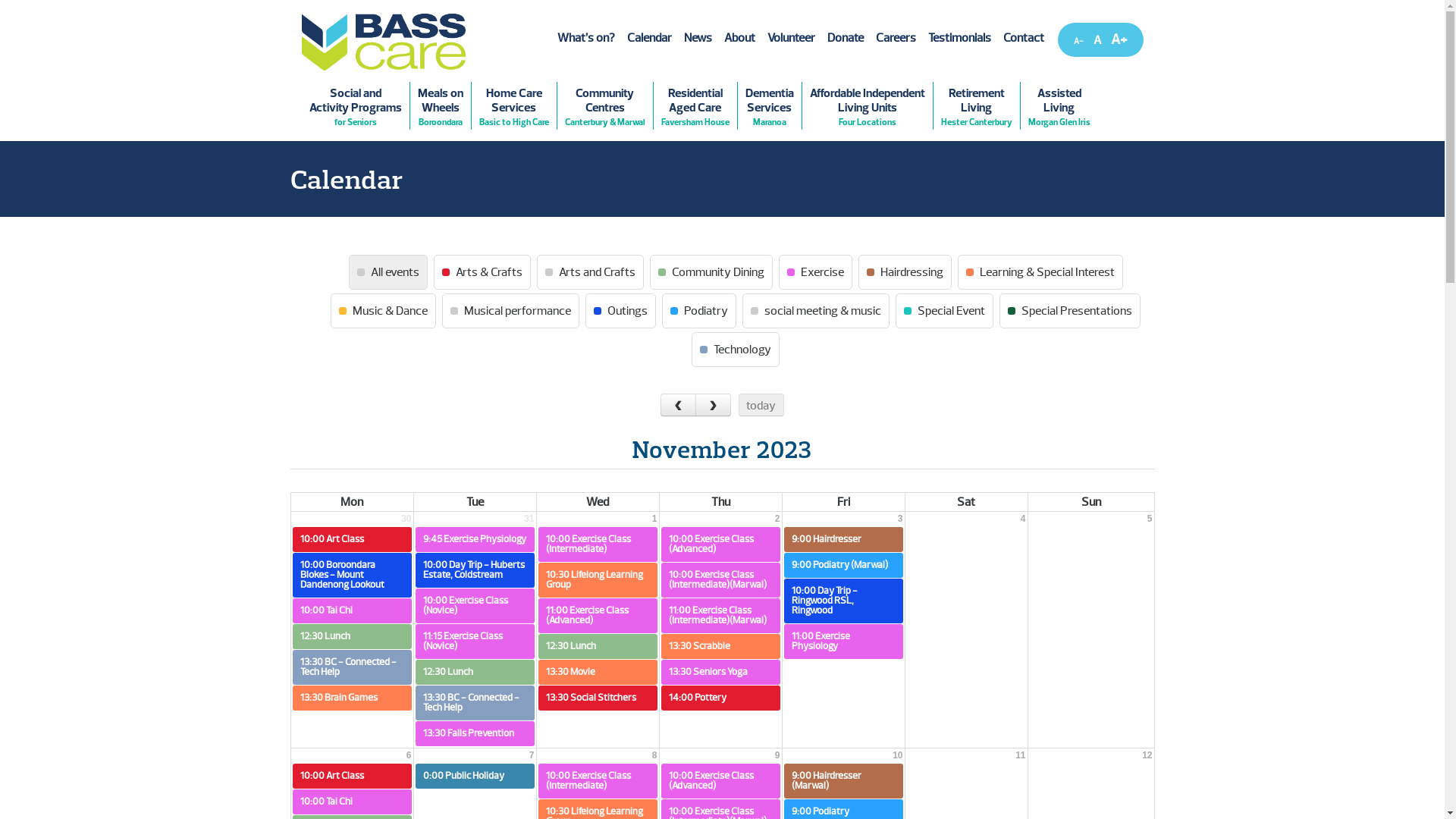 Image resolution: width=1456 pixels, height=819 pixels. I want to click on '11:00 Exercise Class (Intermediate)(Marwal), so click(720, 616).